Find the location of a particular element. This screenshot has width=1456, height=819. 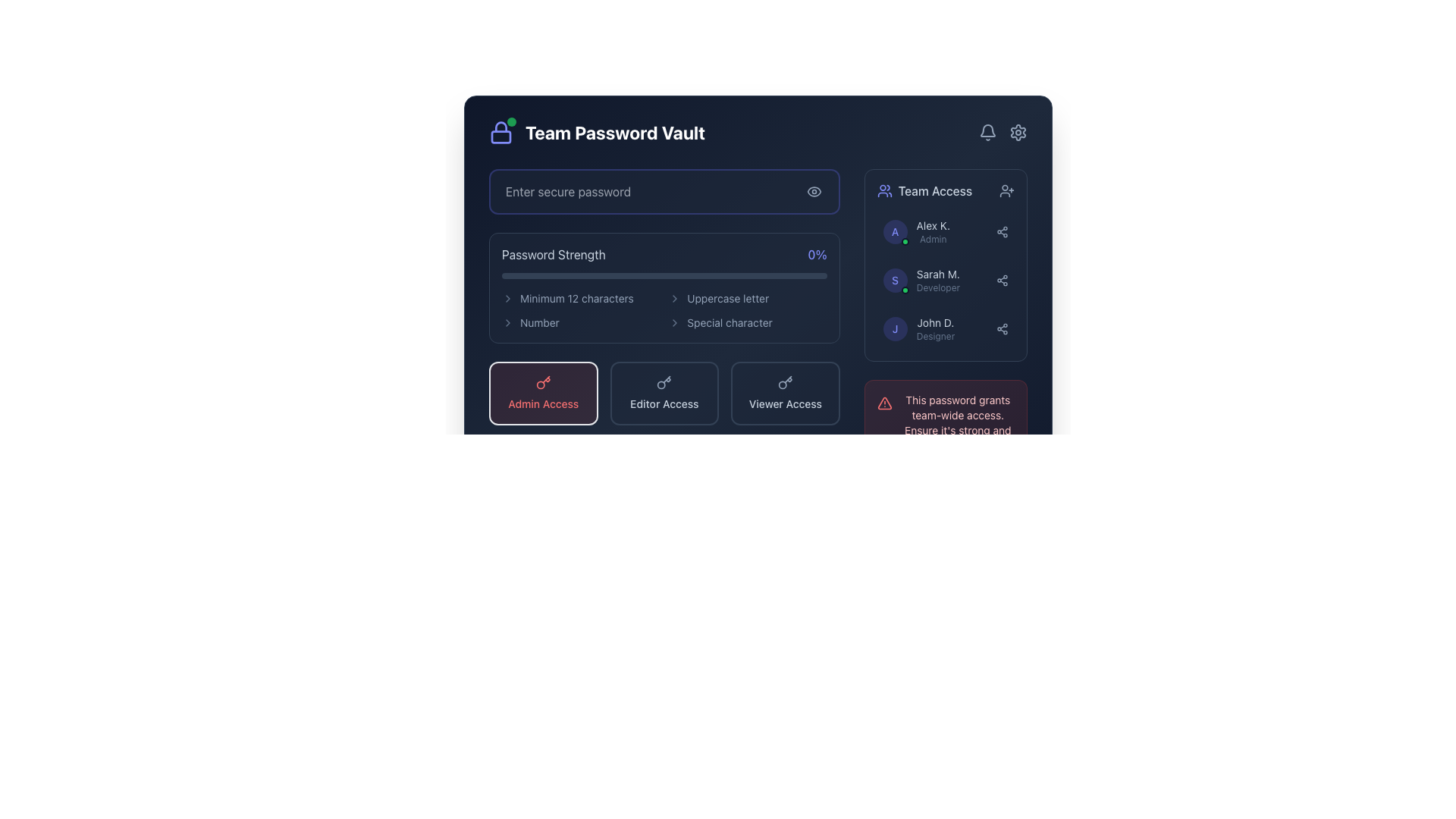

the notification icon located in the top-right corner of the interface is located at coordinates (987, 131).